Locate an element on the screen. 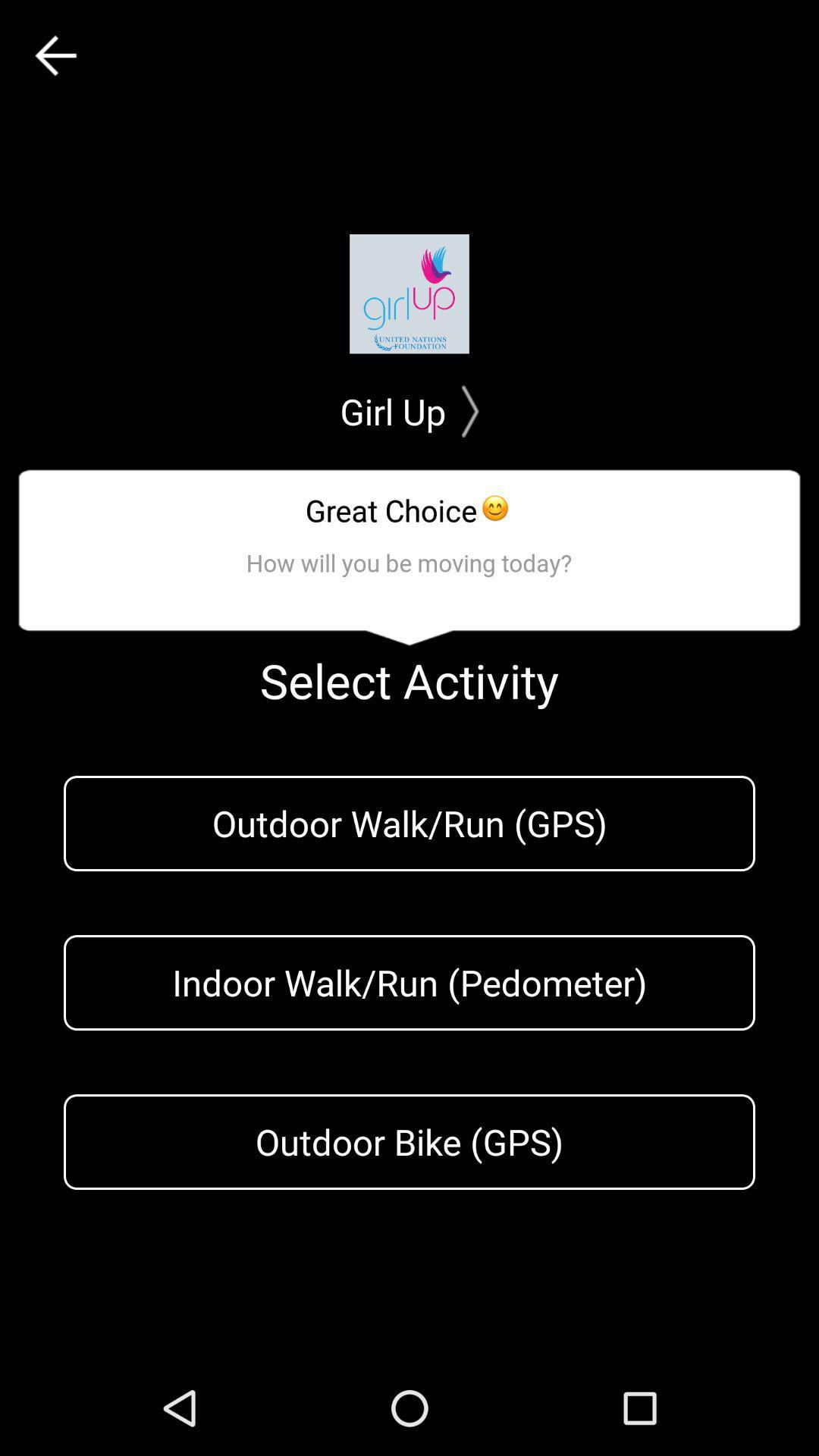 The height and width of the screenshot is (1456, 819). the item above the outdoor walk run item is located at coordinates (55, 55).